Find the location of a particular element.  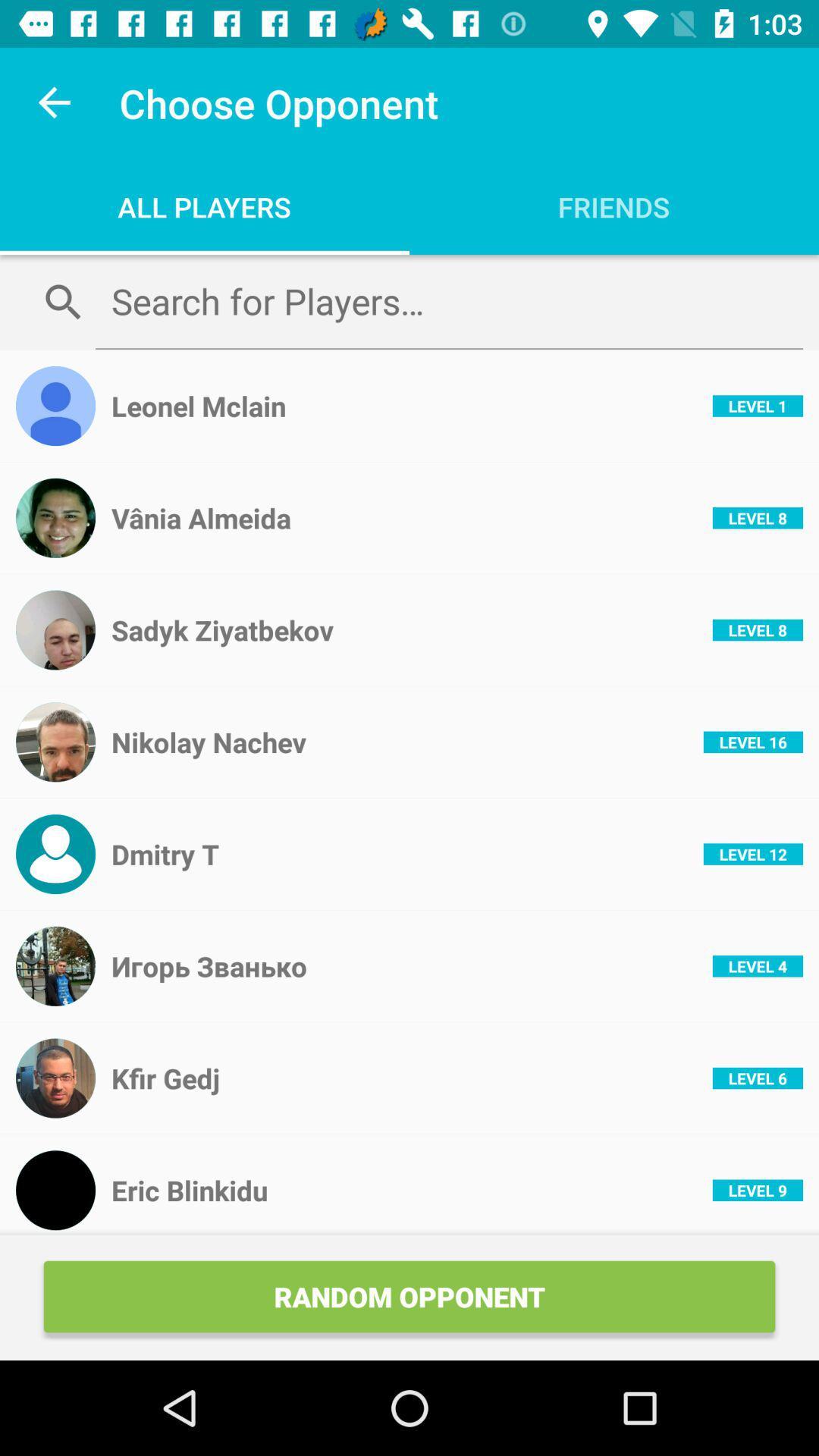

look for players in game is located at coordinates (448, 301).